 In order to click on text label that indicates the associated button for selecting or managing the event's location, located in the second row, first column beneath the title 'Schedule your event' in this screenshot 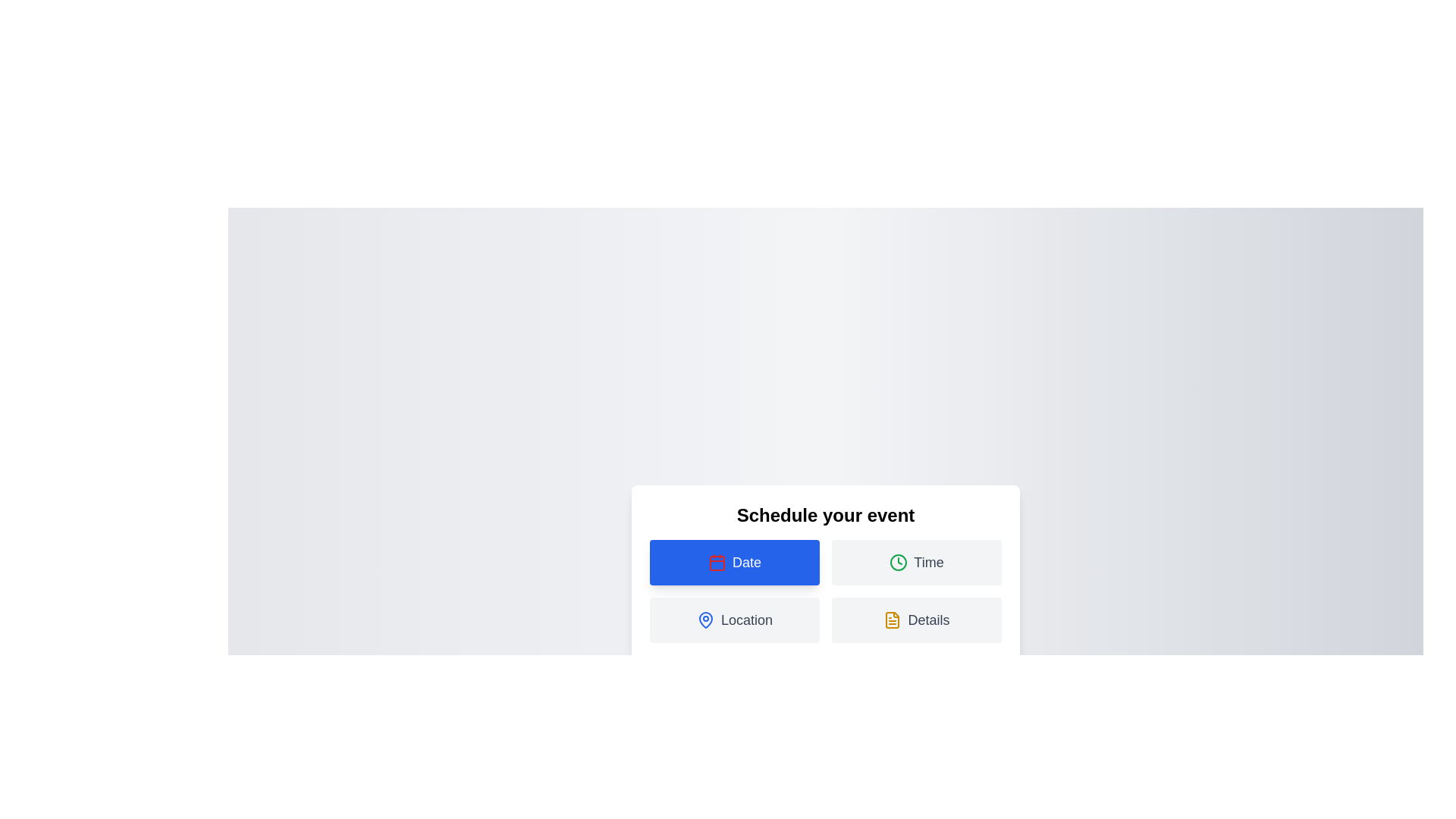, I will do `click(746, 620)`.